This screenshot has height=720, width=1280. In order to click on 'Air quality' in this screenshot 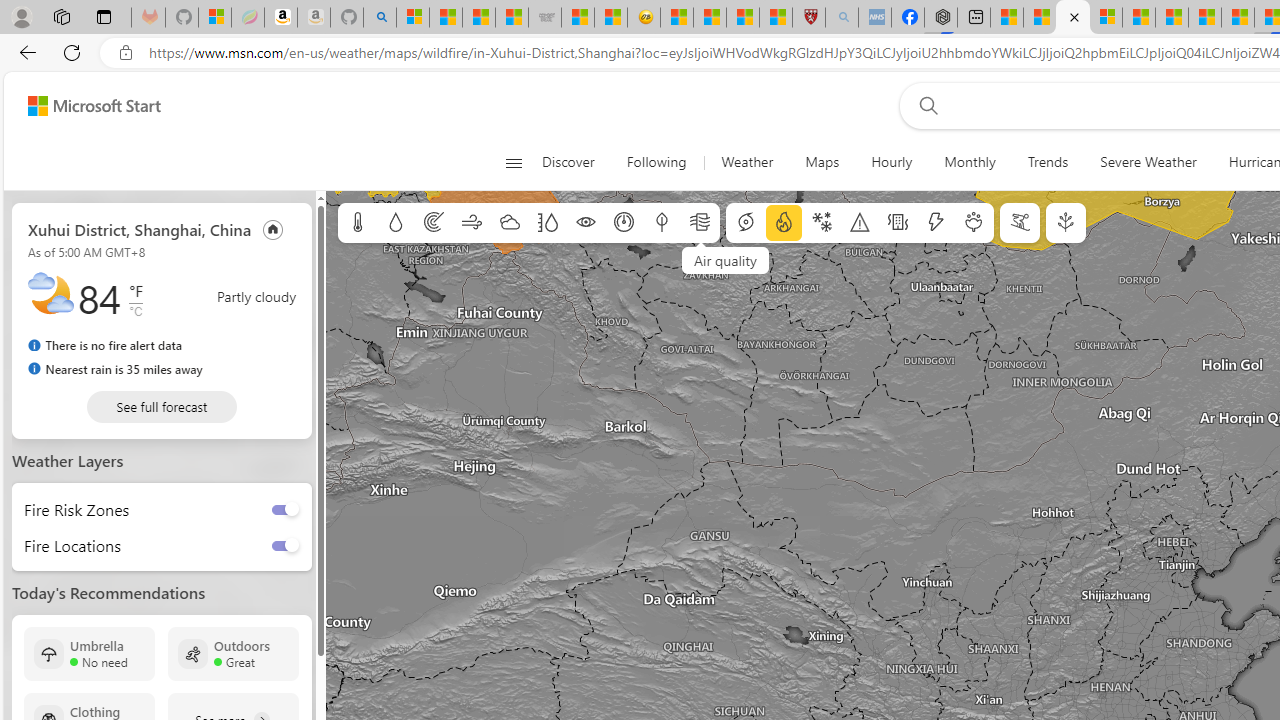, I will do `click(700, 223)`.